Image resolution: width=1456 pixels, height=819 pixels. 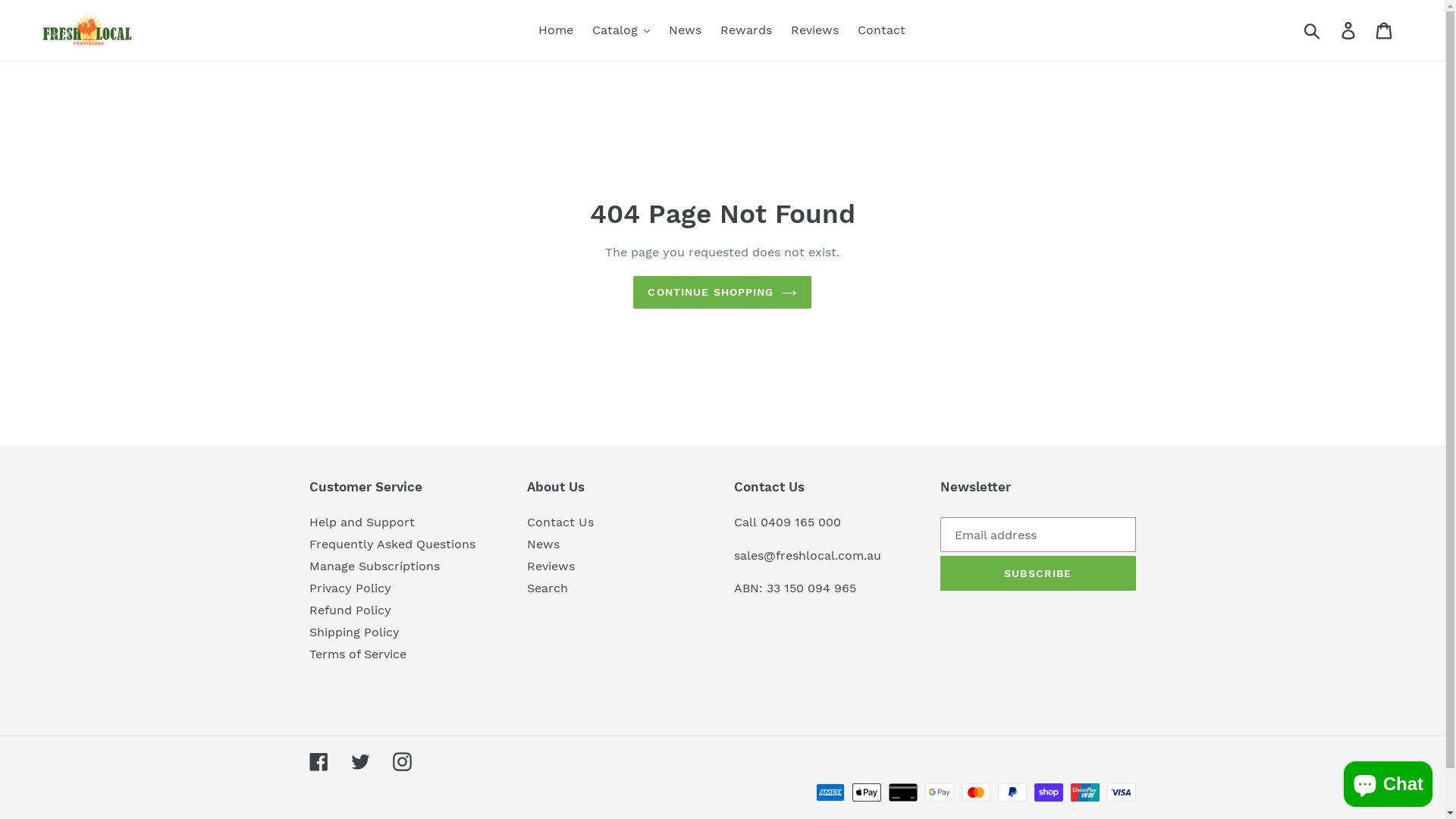 What do you see at coordinates (939, 573) in the screenshot?
I see `'SUBSCRIBE'` at bounding box center [939, 573].